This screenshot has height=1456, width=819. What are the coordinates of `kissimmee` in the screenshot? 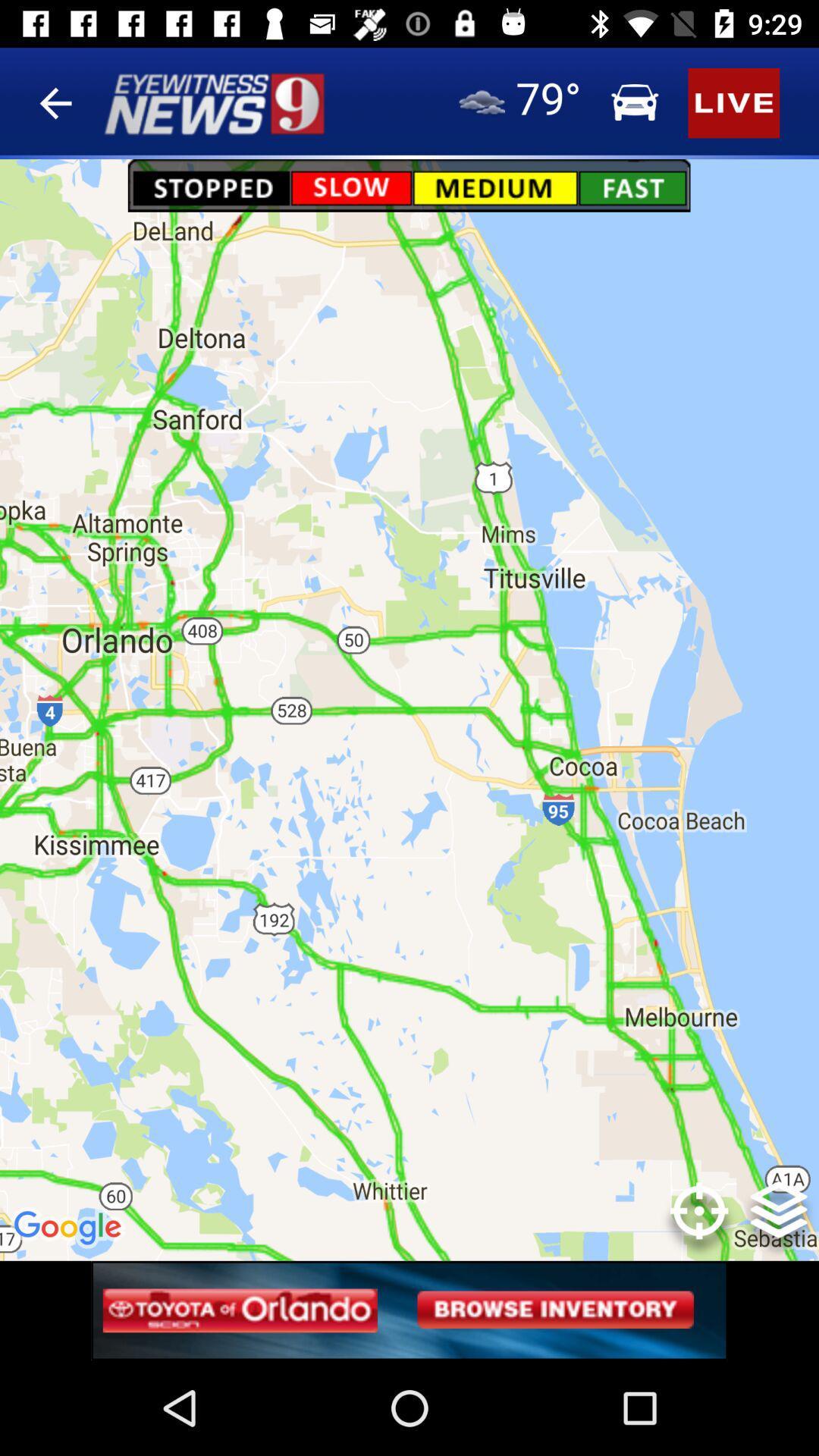 It's located at (118, 868).